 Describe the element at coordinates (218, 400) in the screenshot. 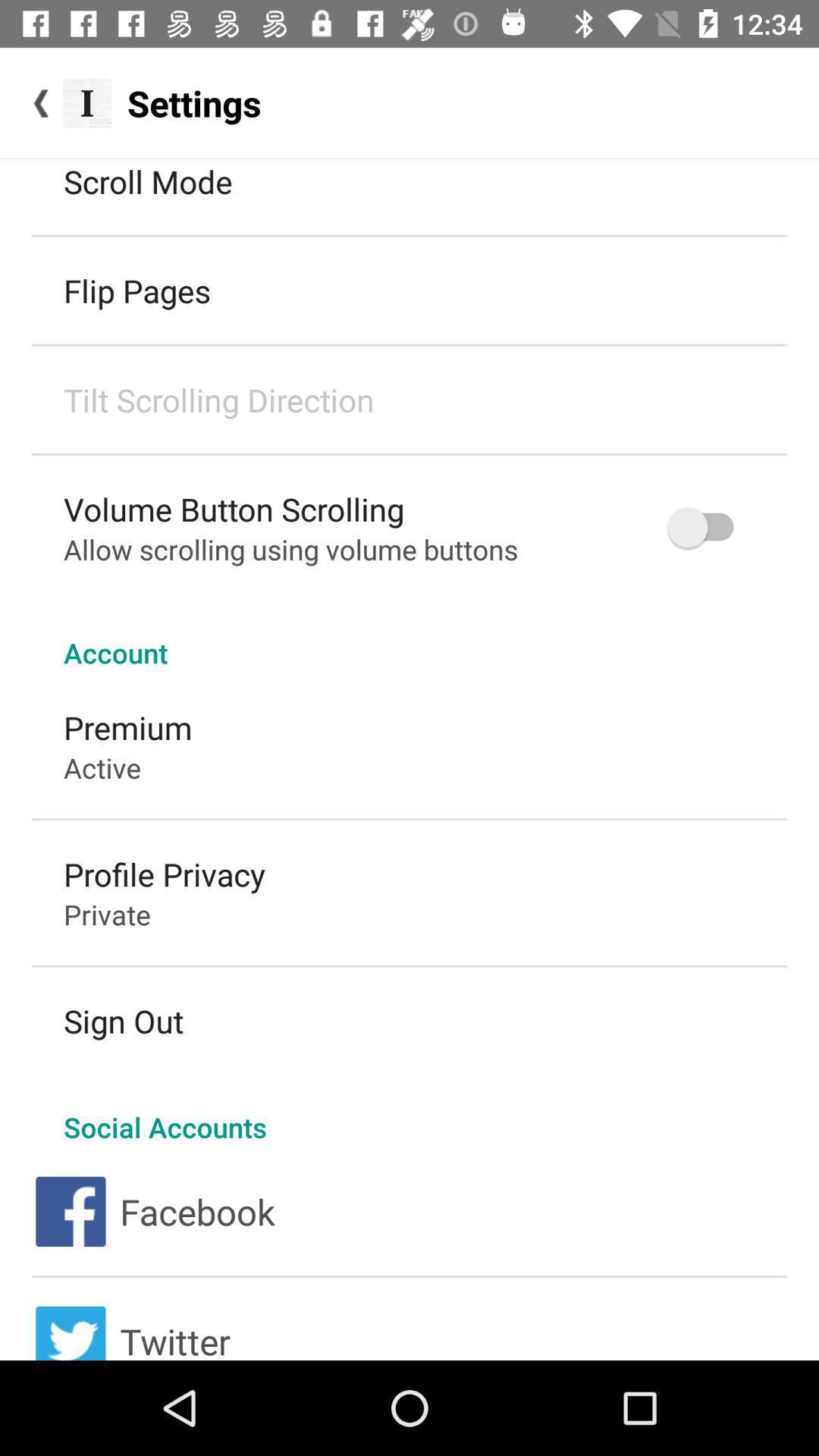

I see `the icon below flip pages icon` at that location.